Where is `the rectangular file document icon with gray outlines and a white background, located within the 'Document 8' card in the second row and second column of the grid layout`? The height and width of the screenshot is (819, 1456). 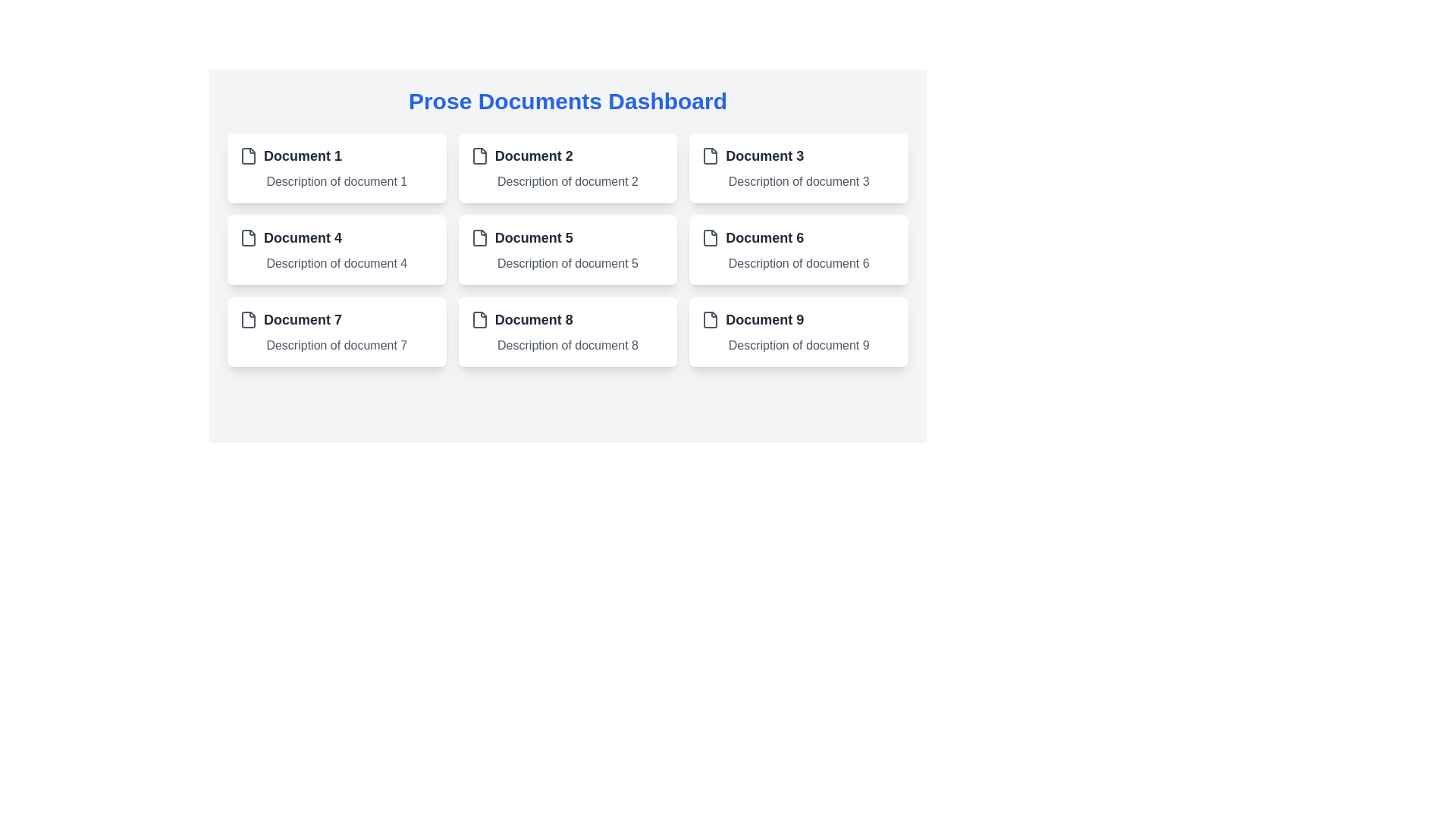
the rectangular file document icon with gray outlines and a white background, located within the 'Document 8' card in the second row and second column of the grid layout is located at coordinates (479, 318).